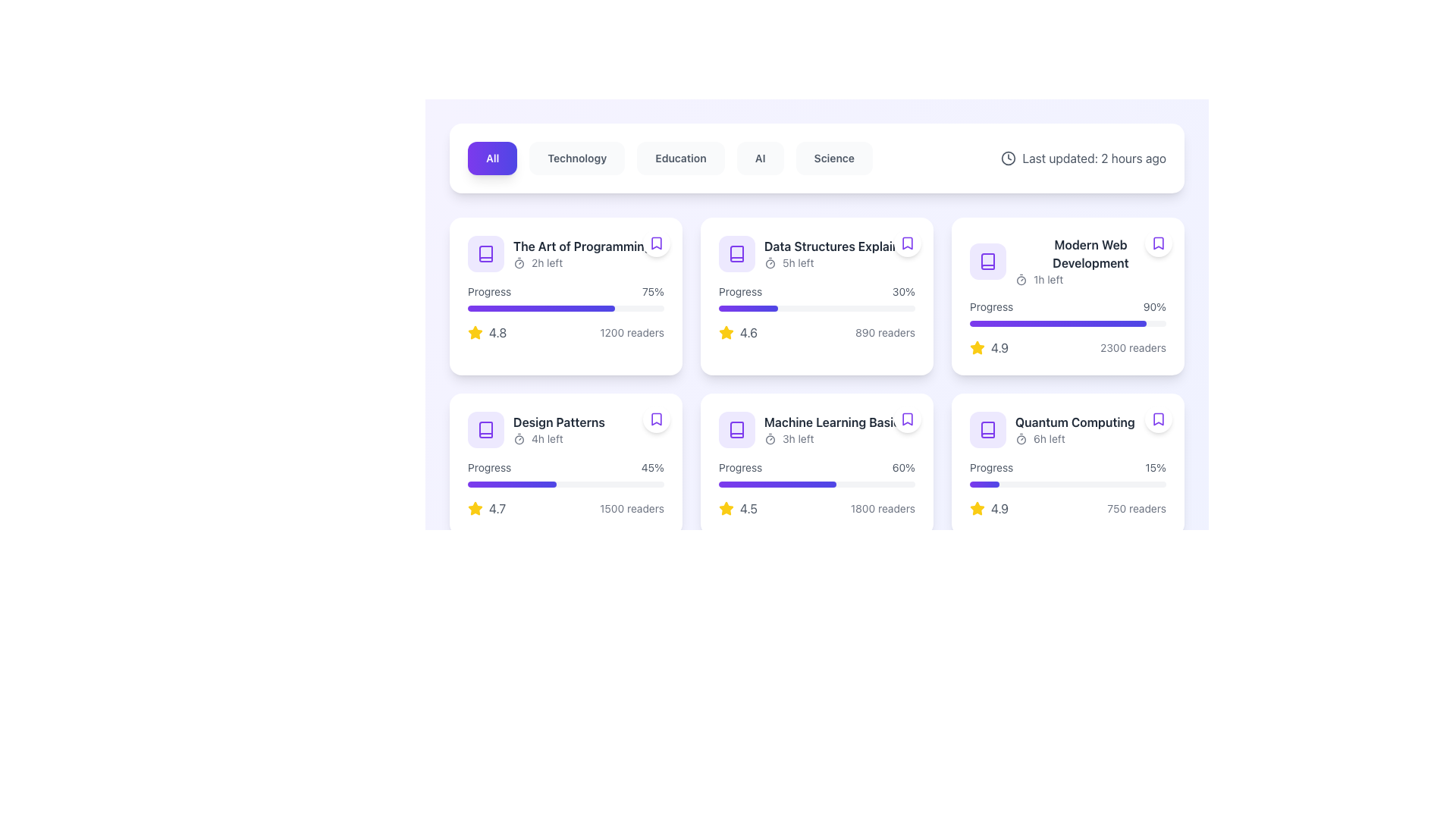 This screenshot has height=819, width=1456. What do you see at coordinates (669, 158) in the screenshot?
I see `the education navigation tab, which is the third tab from the left in the tab group, to filter content by category` at bounding box center [669, 158].